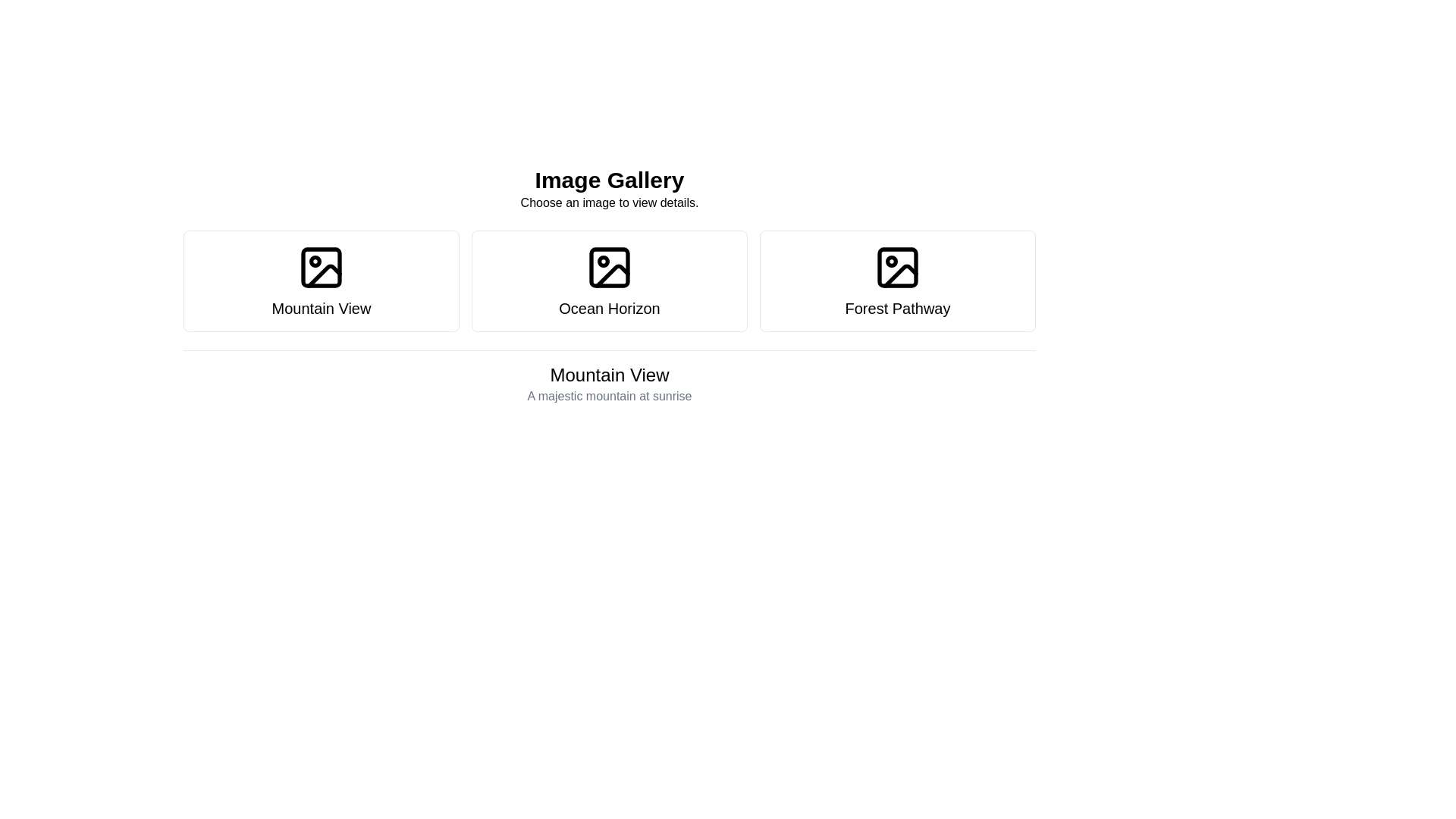 This screenshot has width=1456, height=819. I want to click on the title and subtitle text block that introduces the image gallery and instructs the user to select an image from the options below, so click(610, 189).